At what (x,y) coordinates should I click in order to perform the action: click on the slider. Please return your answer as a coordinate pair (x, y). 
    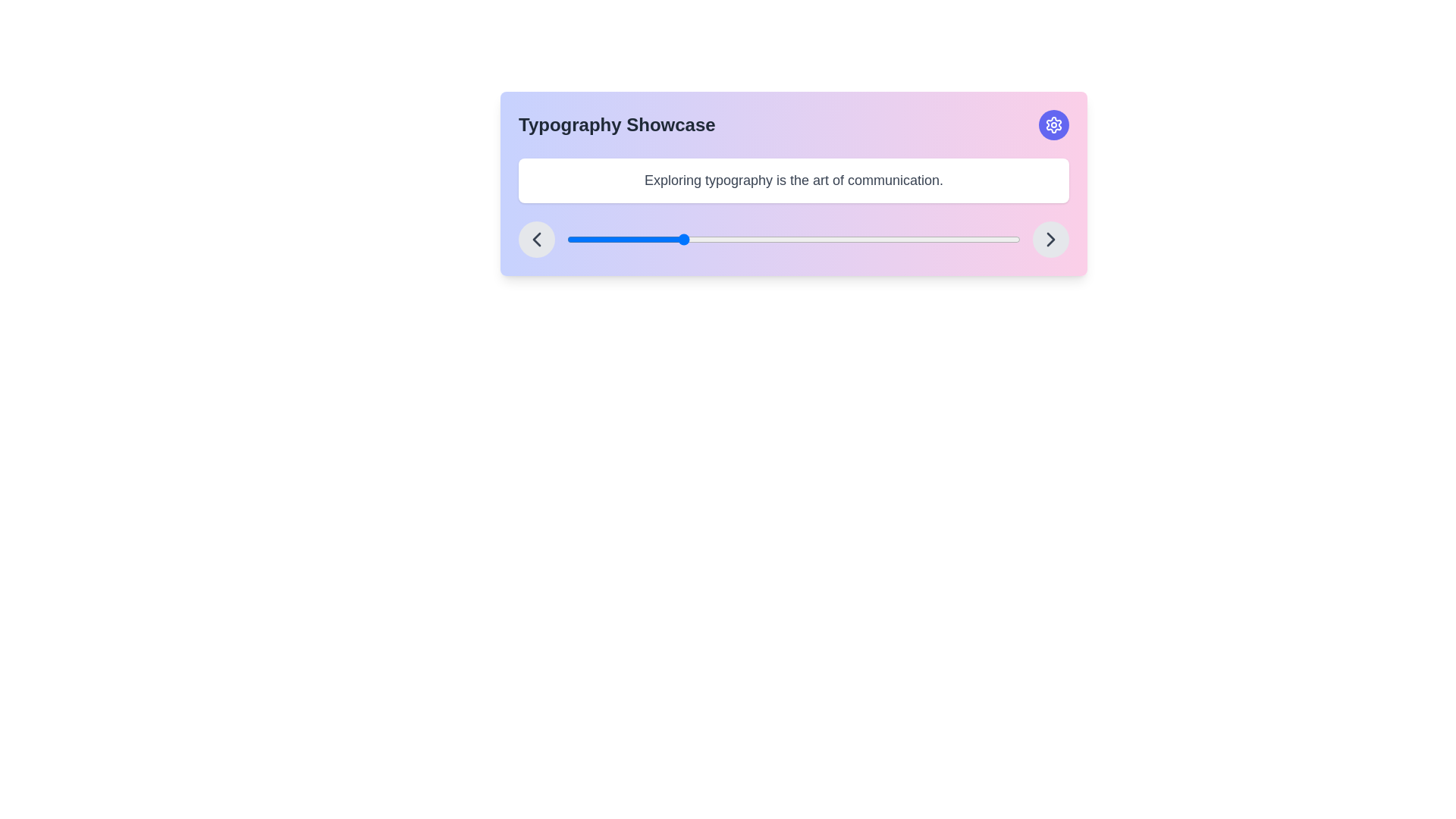
    Looking at the image, I should click on (585, 239).